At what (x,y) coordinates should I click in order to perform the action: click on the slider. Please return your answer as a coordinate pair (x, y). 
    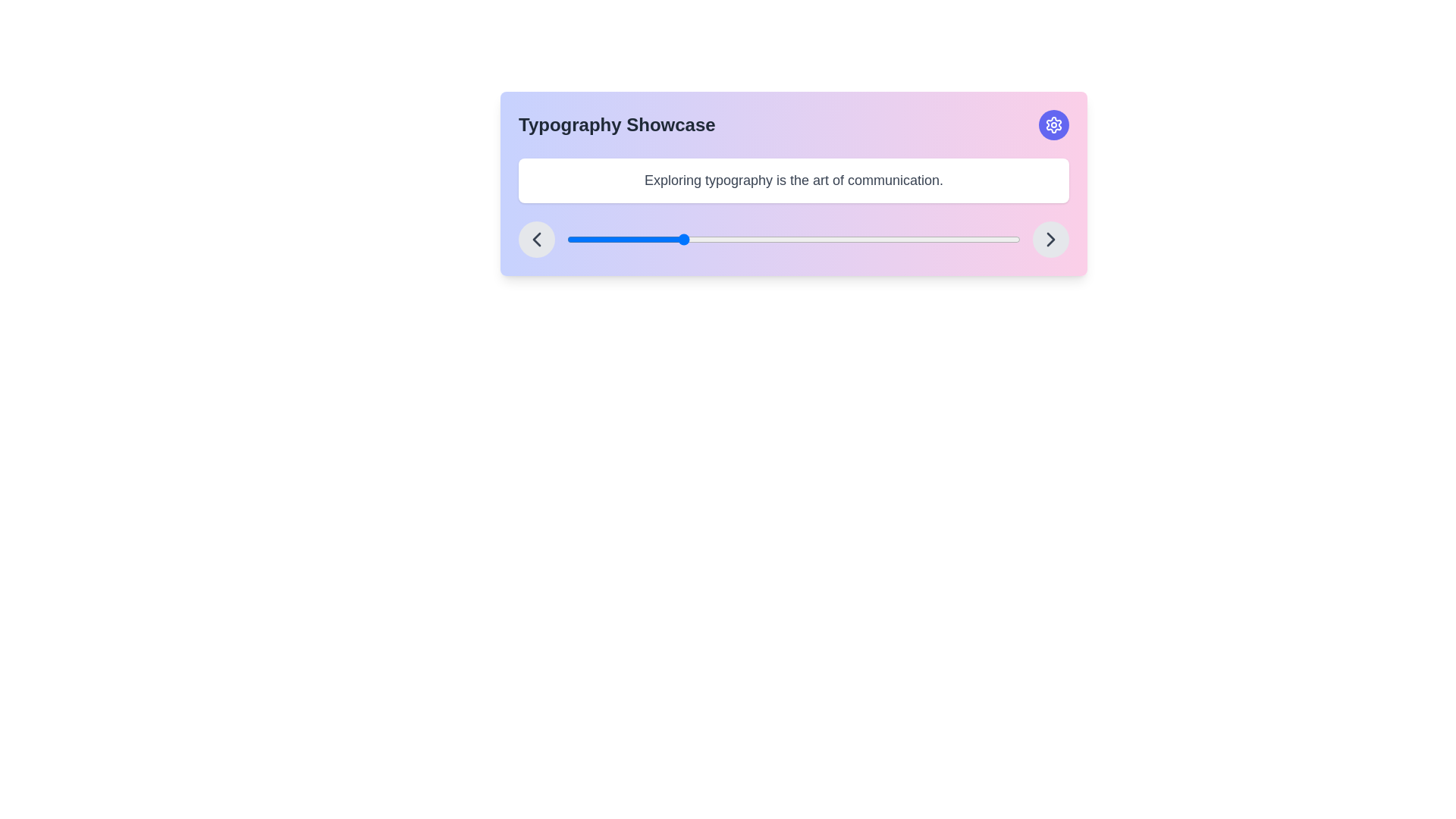
    Looking at the image, I should click on (585, 239).